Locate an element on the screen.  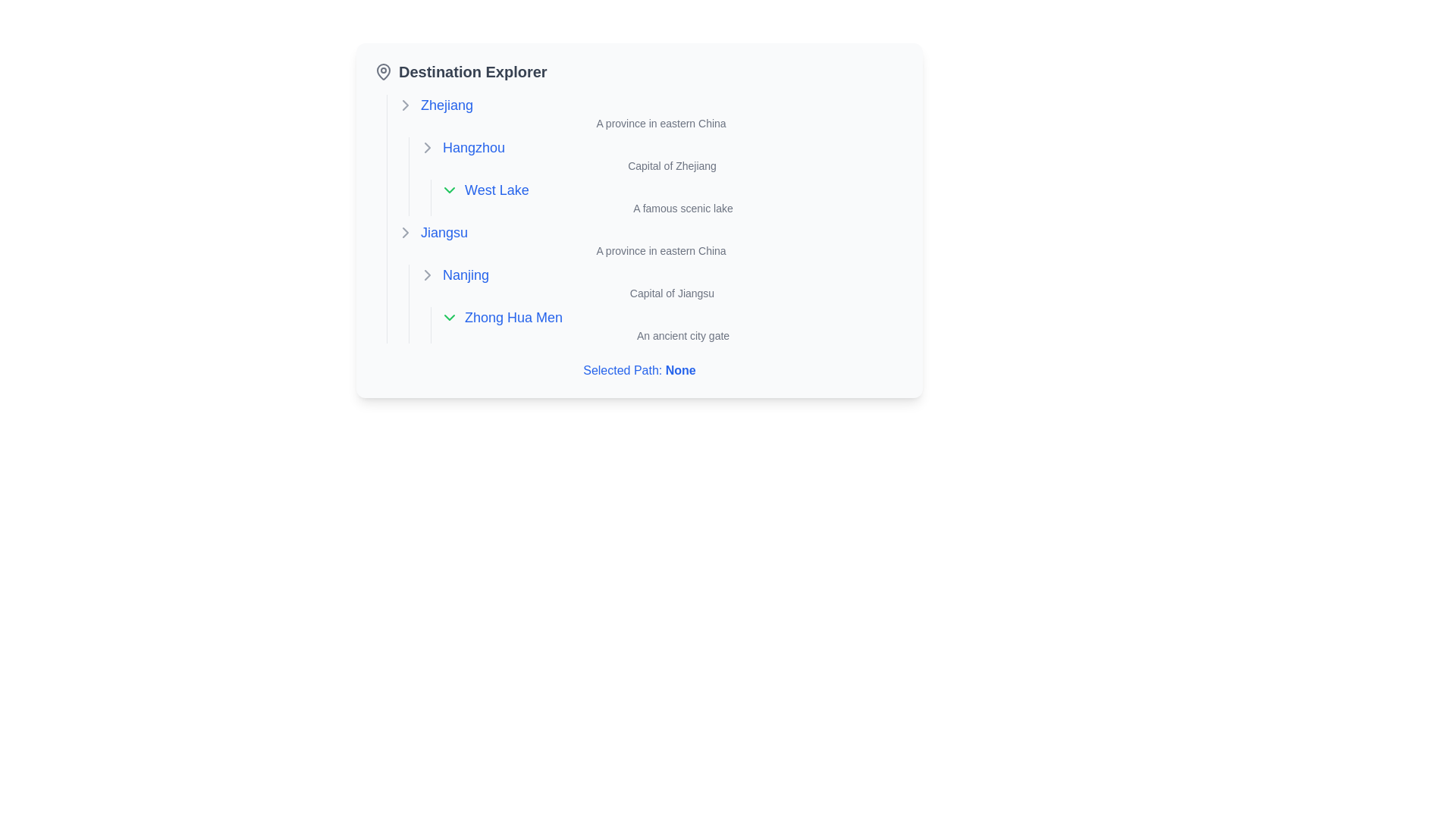
the map pin icon, which is a hollow vector graphic resembling a location marker, located to the left of the 'Destination Explorer' heading in the Destination Explorer section is located at coordinates (383, 71).